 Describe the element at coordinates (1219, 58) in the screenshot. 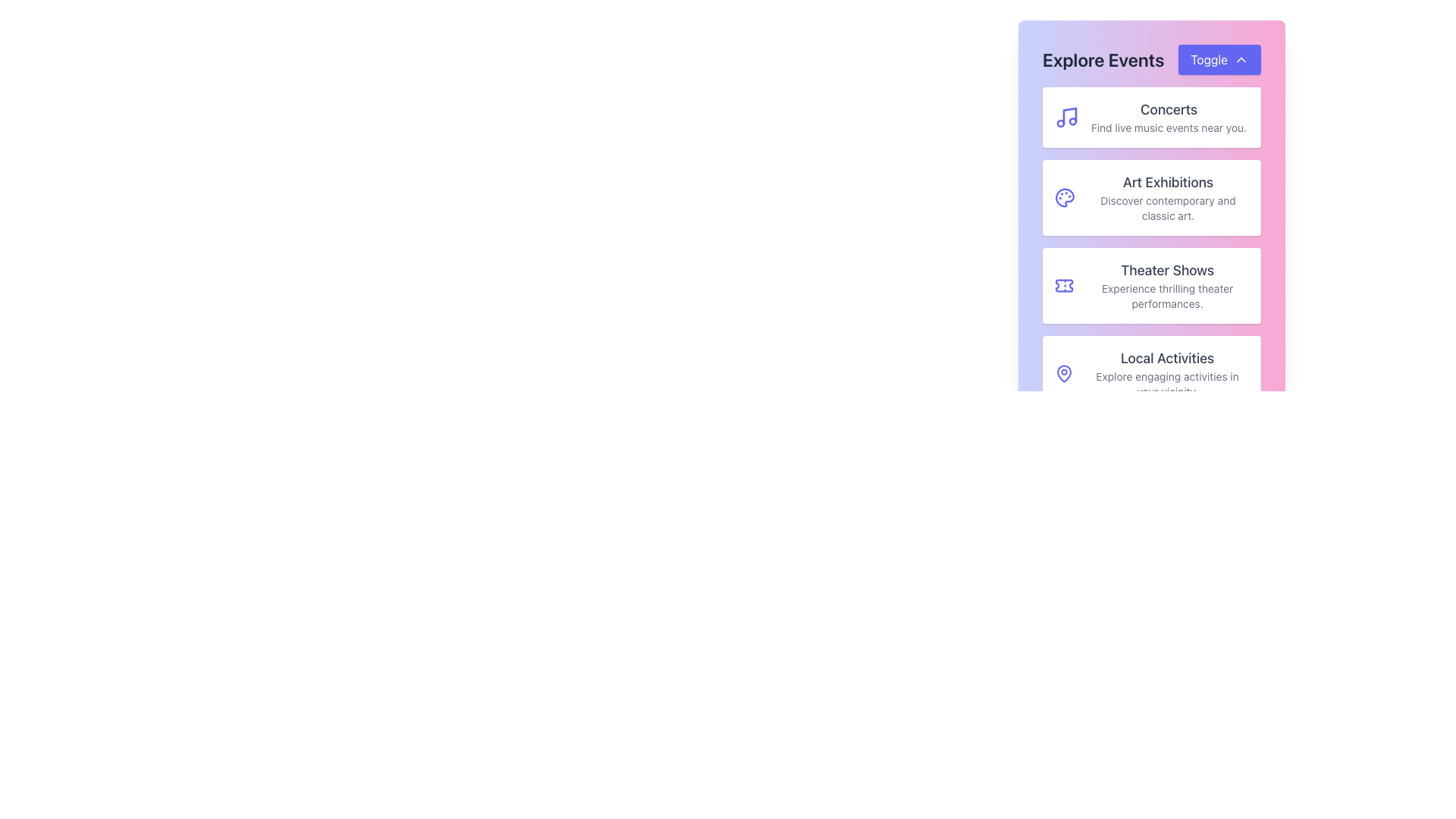

I see `the toggle button labeled 'Toggle' with a vibrant indigo background and a downward chevron icon` at that location.